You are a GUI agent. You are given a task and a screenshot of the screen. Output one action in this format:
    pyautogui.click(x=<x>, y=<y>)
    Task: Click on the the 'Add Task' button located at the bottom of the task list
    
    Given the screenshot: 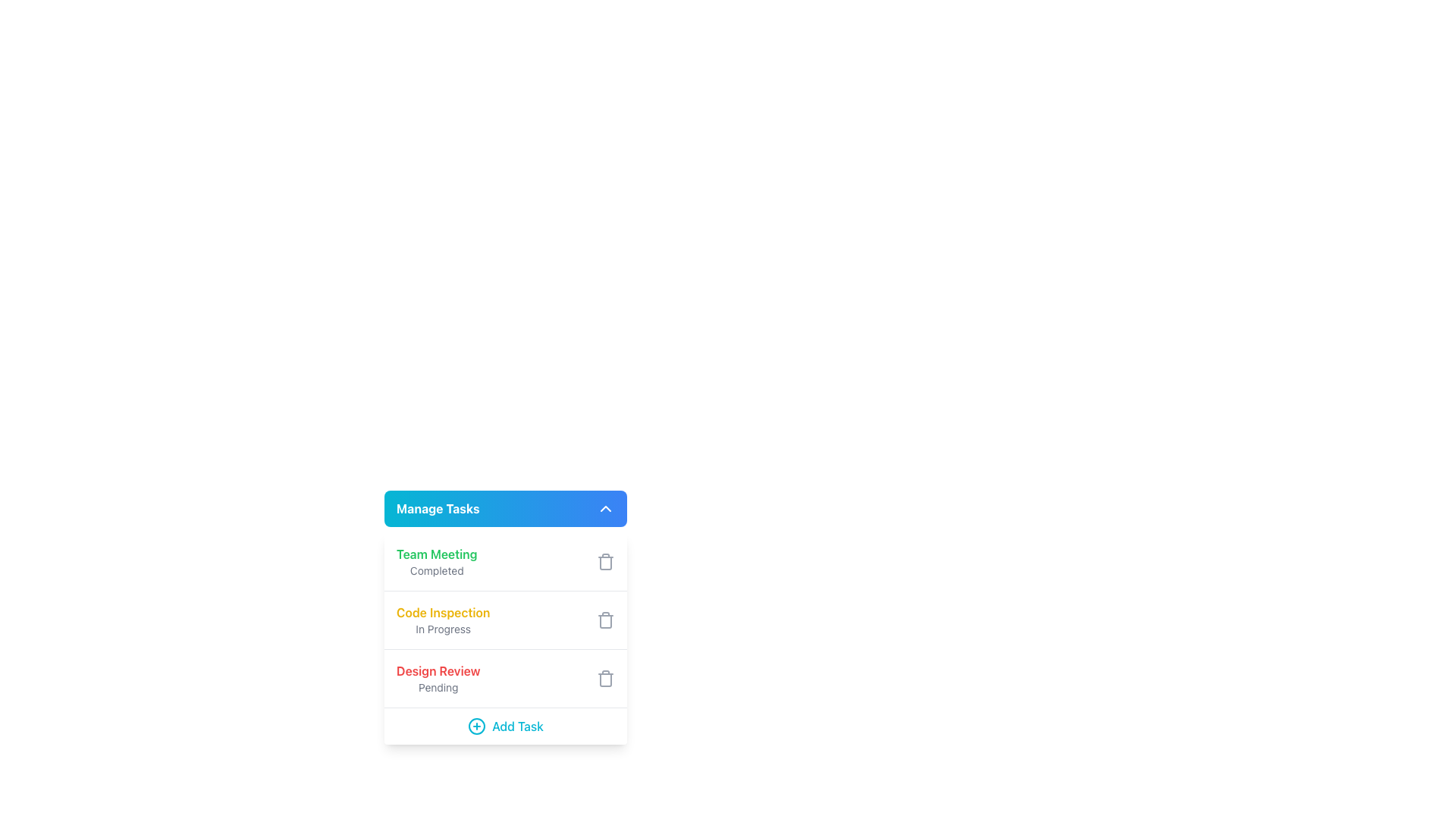 What is the action you would take?
    pyautogui.click(x=506, y=725)
    